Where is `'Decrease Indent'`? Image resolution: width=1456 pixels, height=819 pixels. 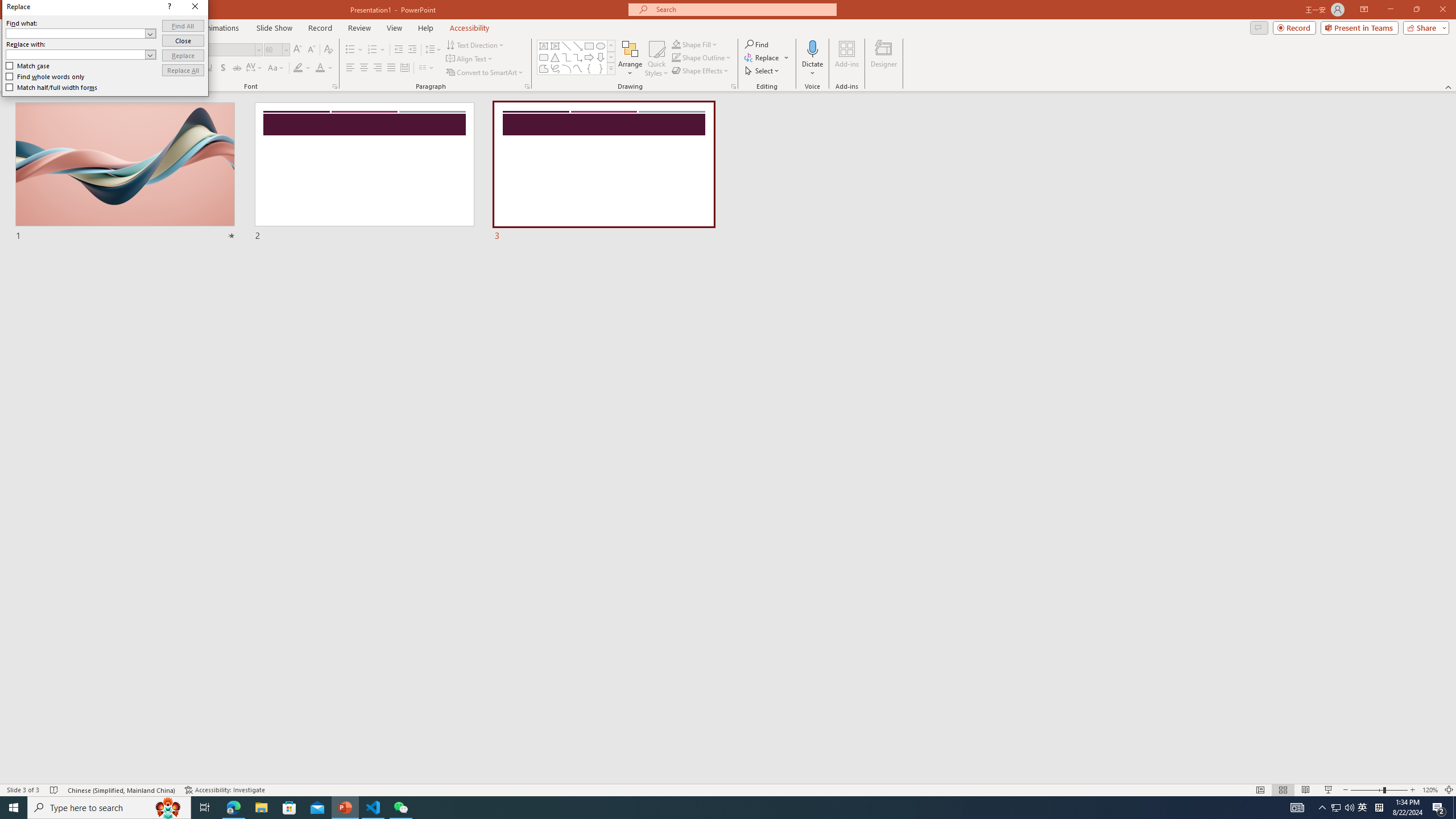 'Decrease Indent' is located at coordinates (399, 49).